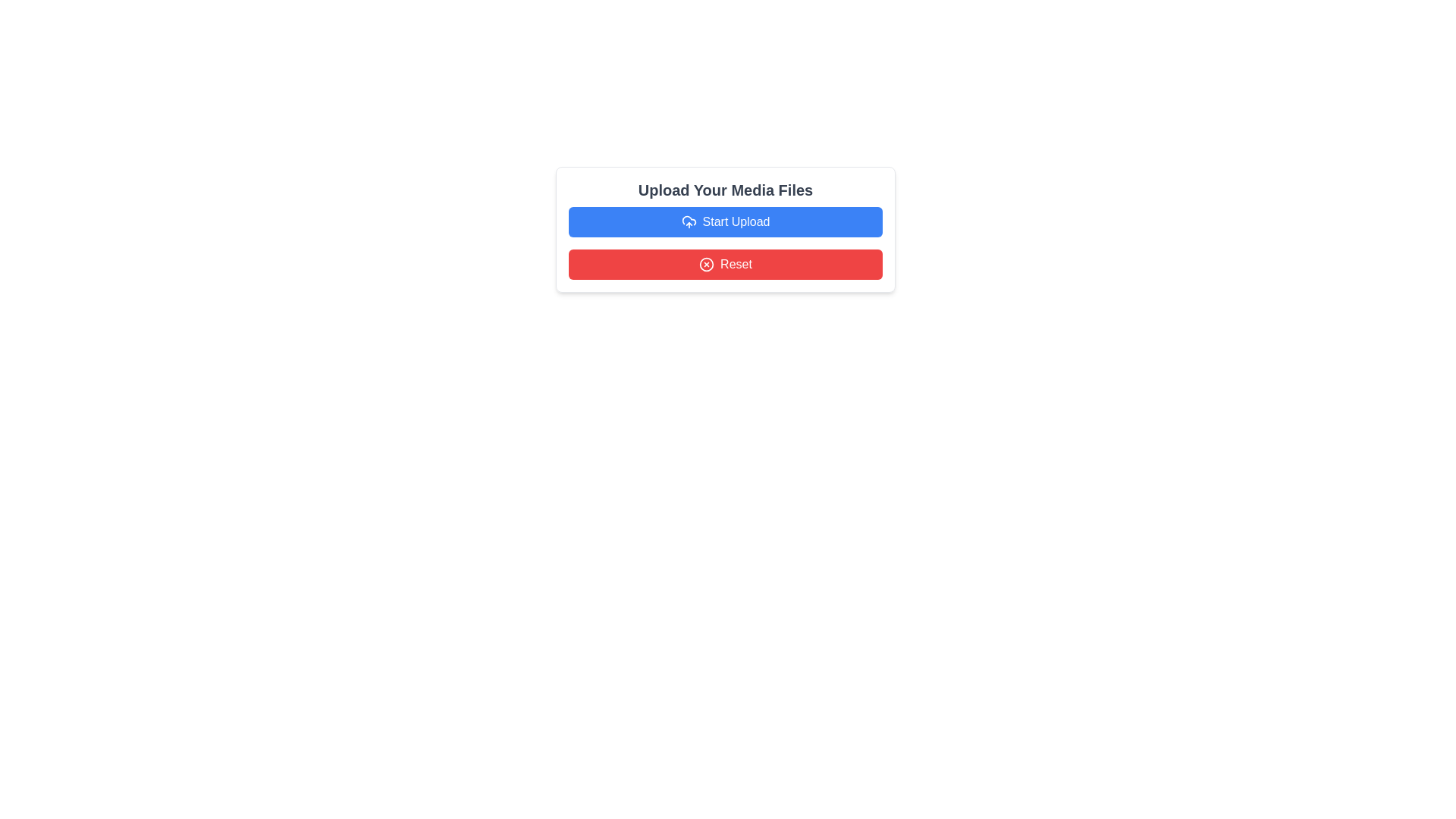  Describe the element at coordinates (724, 263) in the screenshot. I see `the 'Reset' button located below the 'Start Upload' button within the upload media files section` at that location.